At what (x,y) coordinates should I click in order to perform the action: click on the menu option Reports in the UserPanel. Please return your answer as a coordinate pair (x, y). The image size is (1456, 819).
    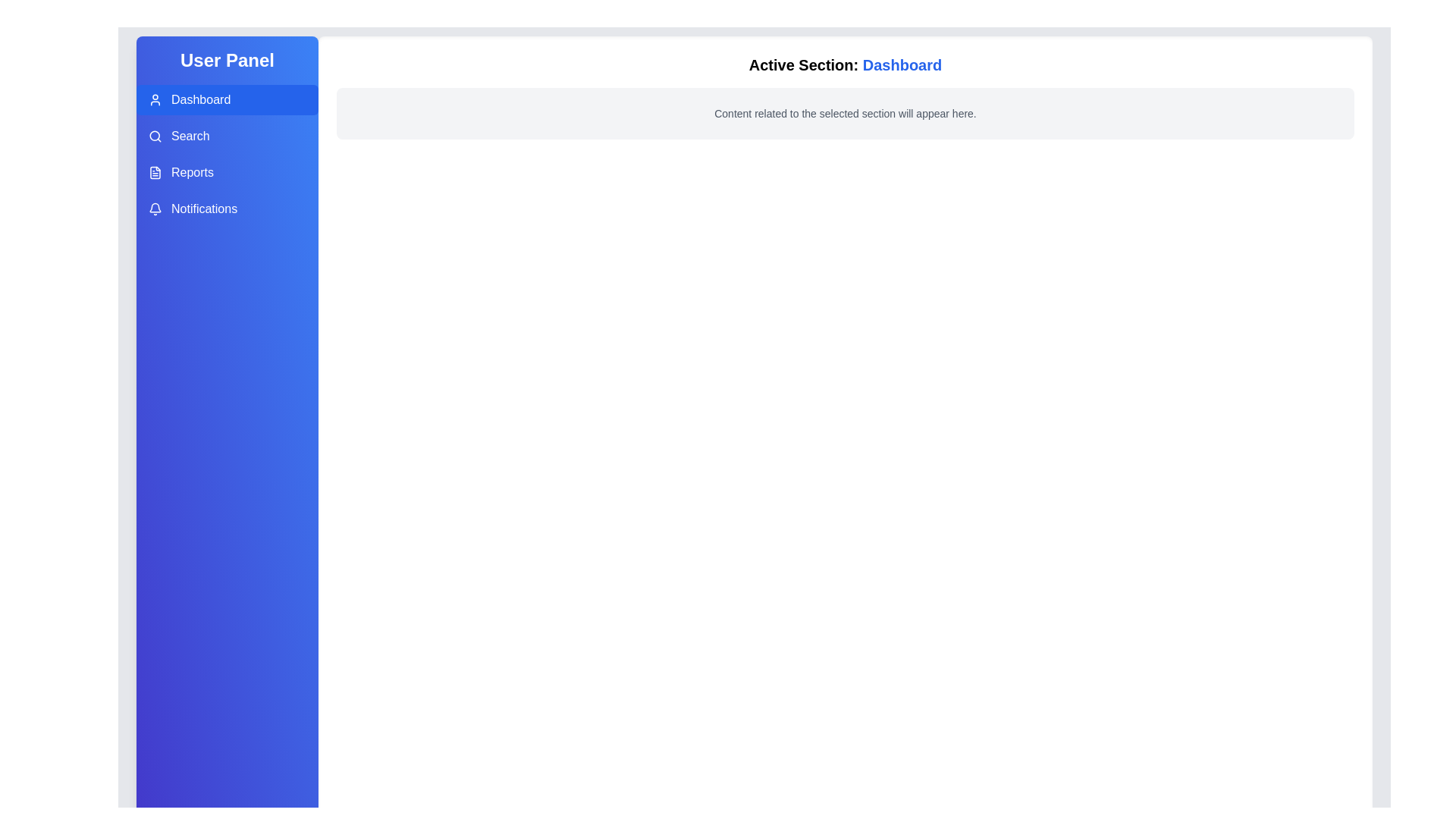
    Looking at the image, I should click on (226, 171).